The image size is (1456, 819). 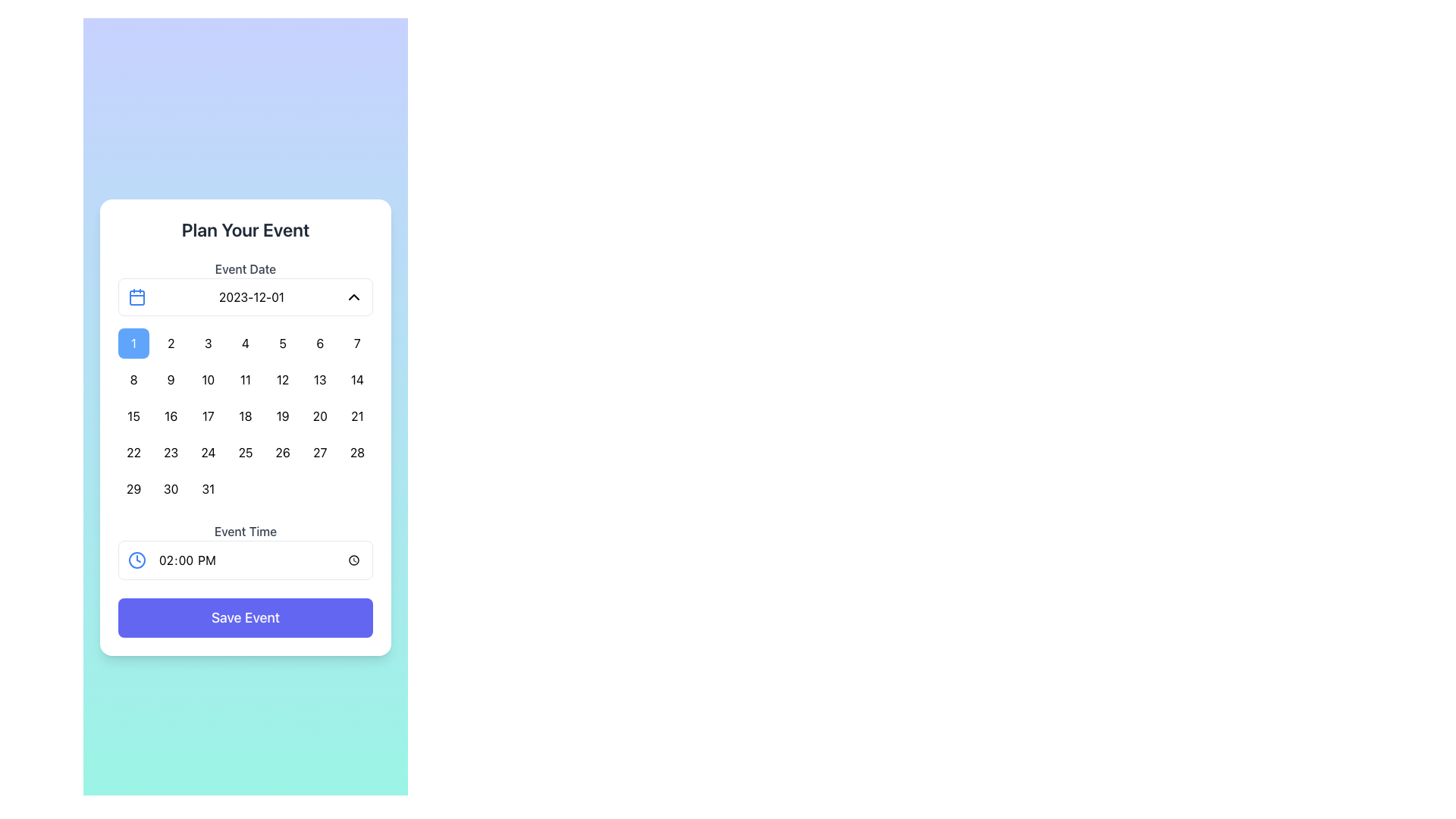 I want to click on the calendar day selector button corresponding to '22' in the first column of the fourth row in the grid layout for selecting dates in the 'Plan Your Event' card, so click(x=133, y=452).